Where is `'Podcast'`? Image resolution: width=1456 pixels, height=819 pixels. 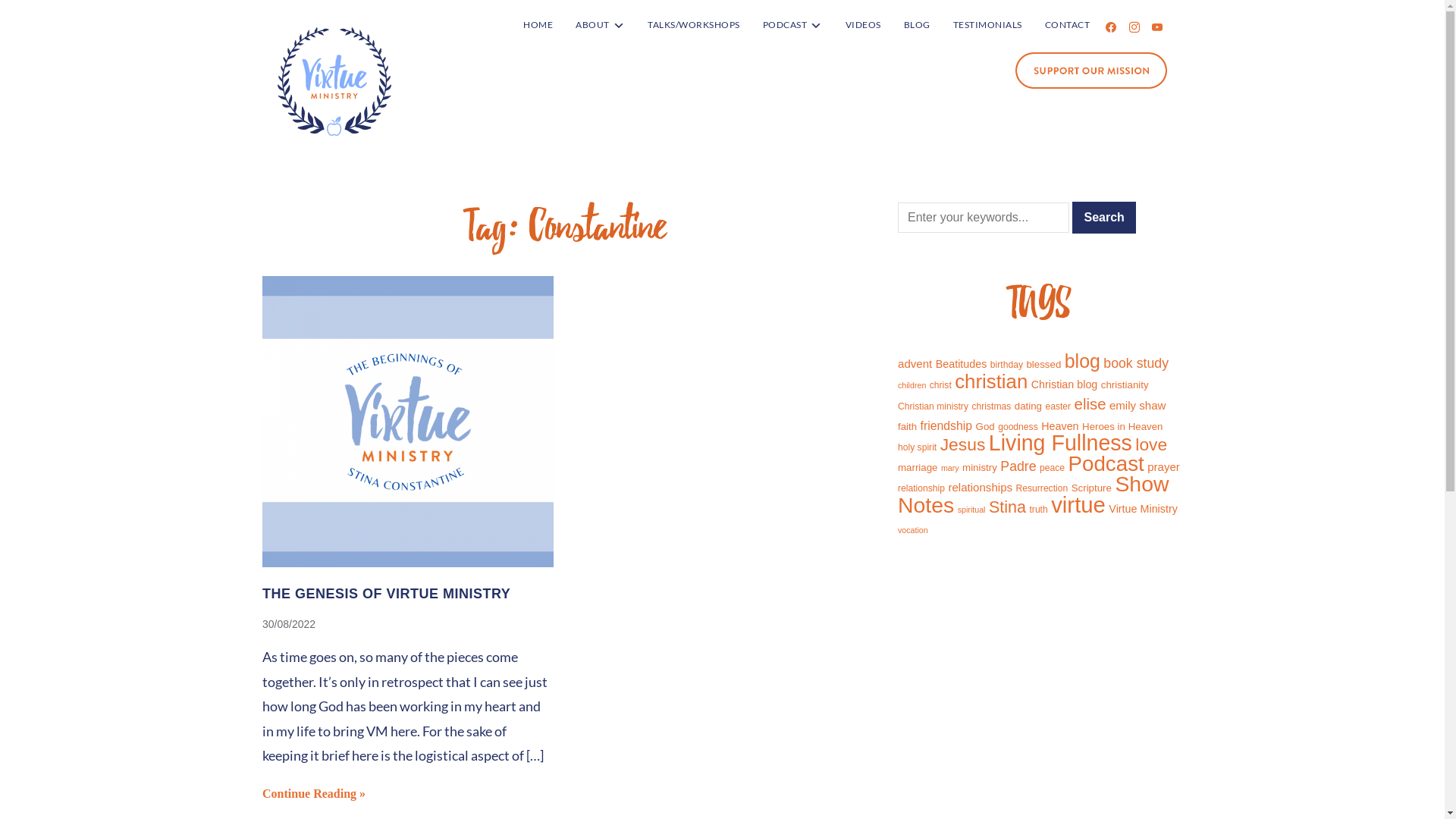
'Podcast' is located at coordinates (1106, 463).